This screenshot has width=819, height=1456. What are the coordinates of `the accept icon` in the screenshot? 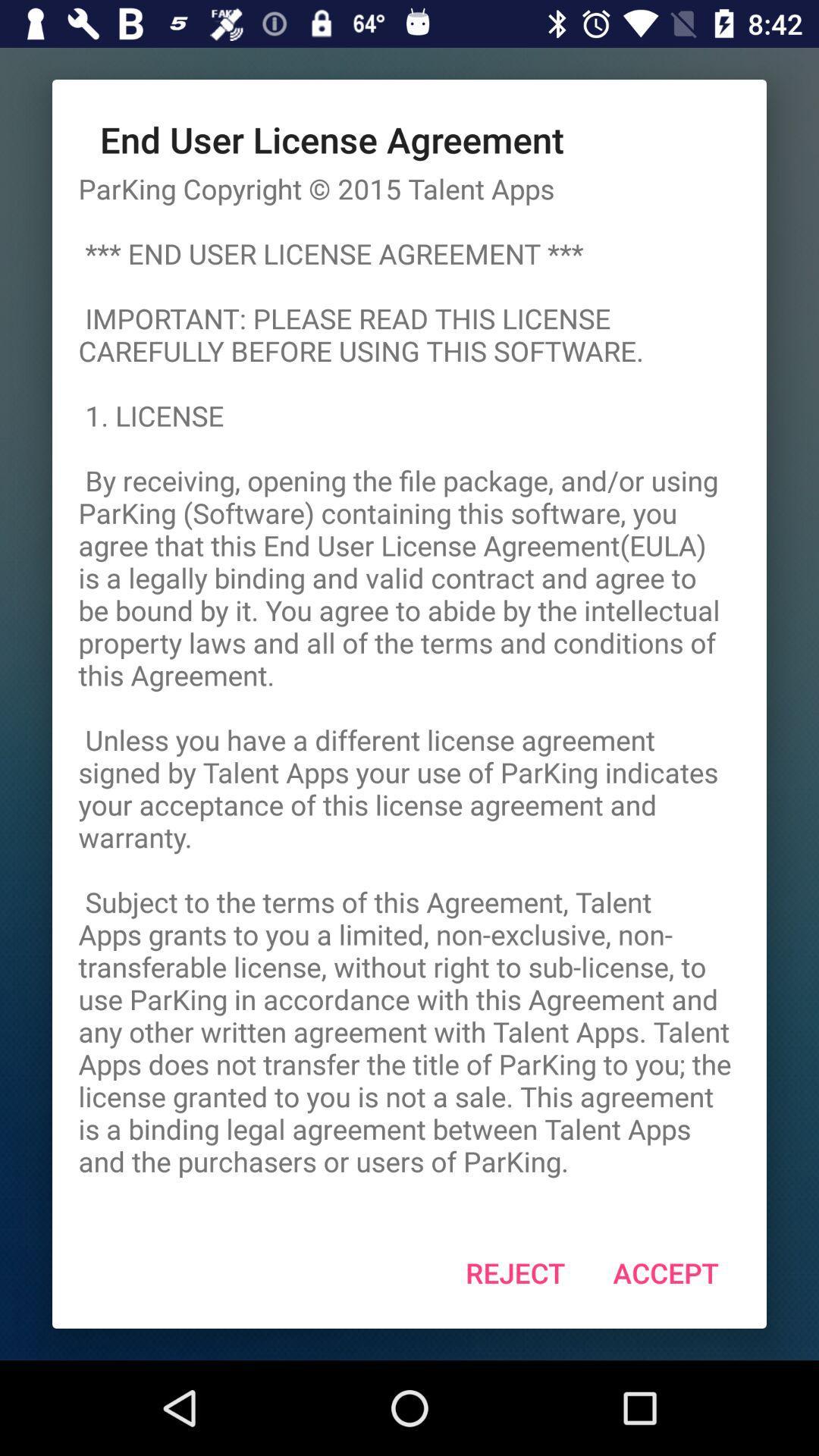 It's located at (665, 1272).